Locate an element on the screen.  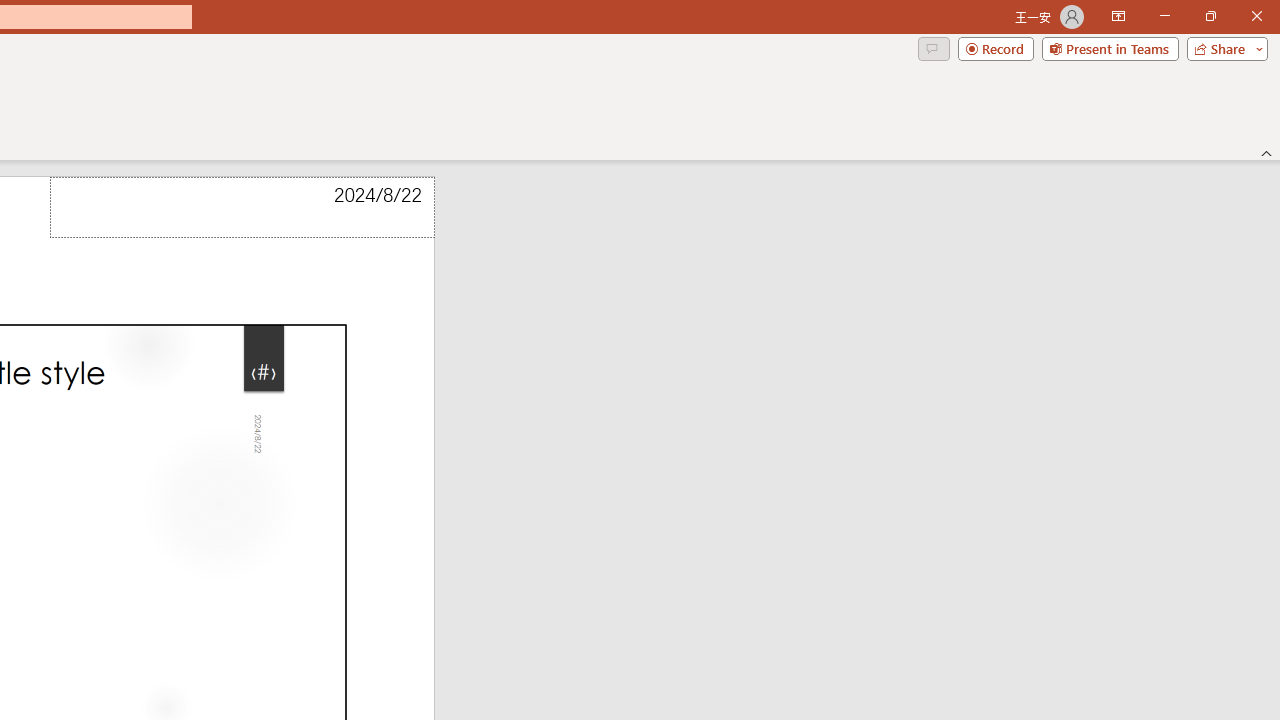
'Date' is located at coordinates (241, 207).